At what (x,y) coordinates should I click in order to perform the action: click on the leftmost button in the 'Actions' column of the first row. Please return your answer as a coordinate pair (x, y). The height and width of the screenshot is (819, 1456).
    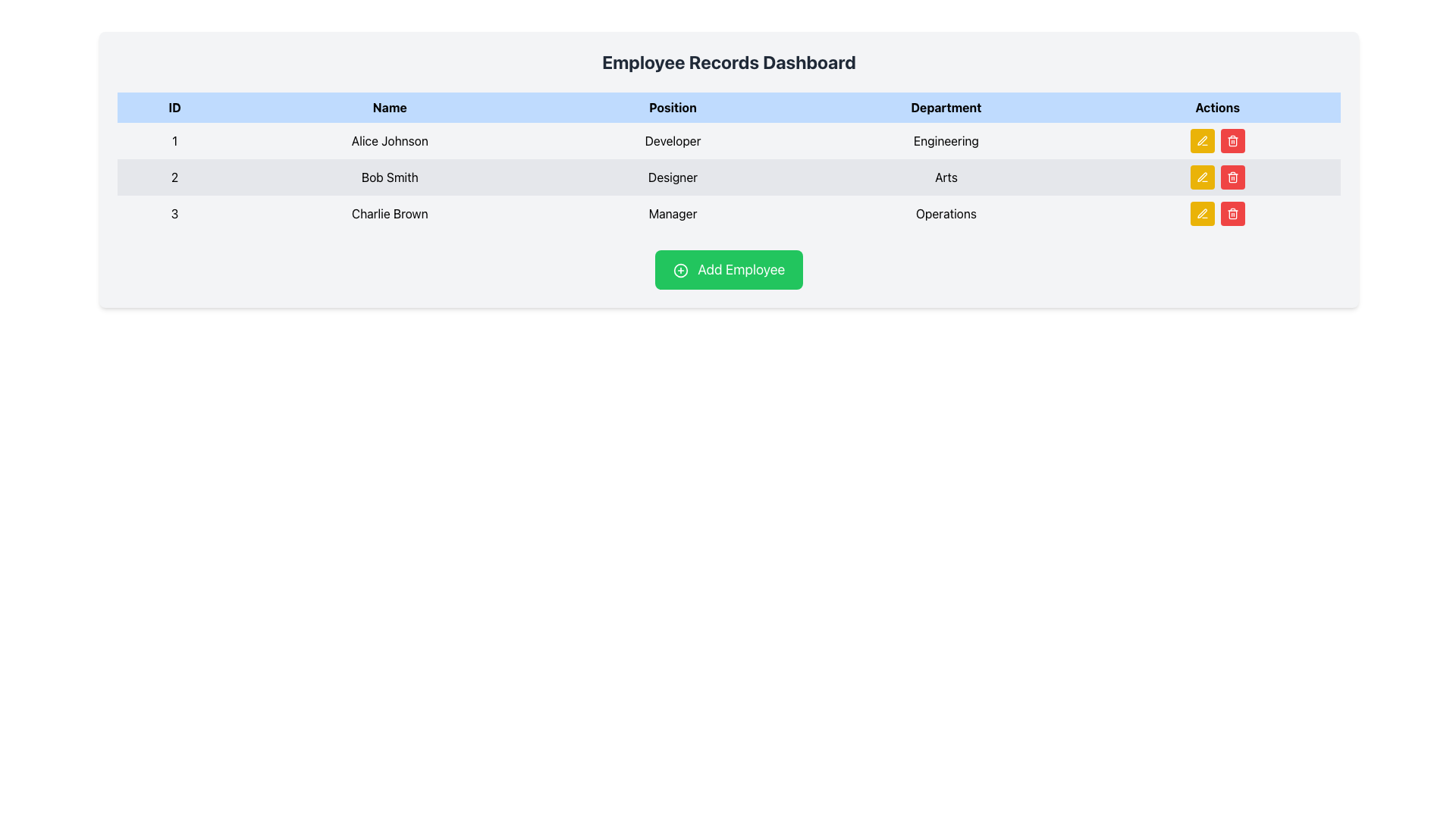
    Looking at the image, I should click on (1201, 140).